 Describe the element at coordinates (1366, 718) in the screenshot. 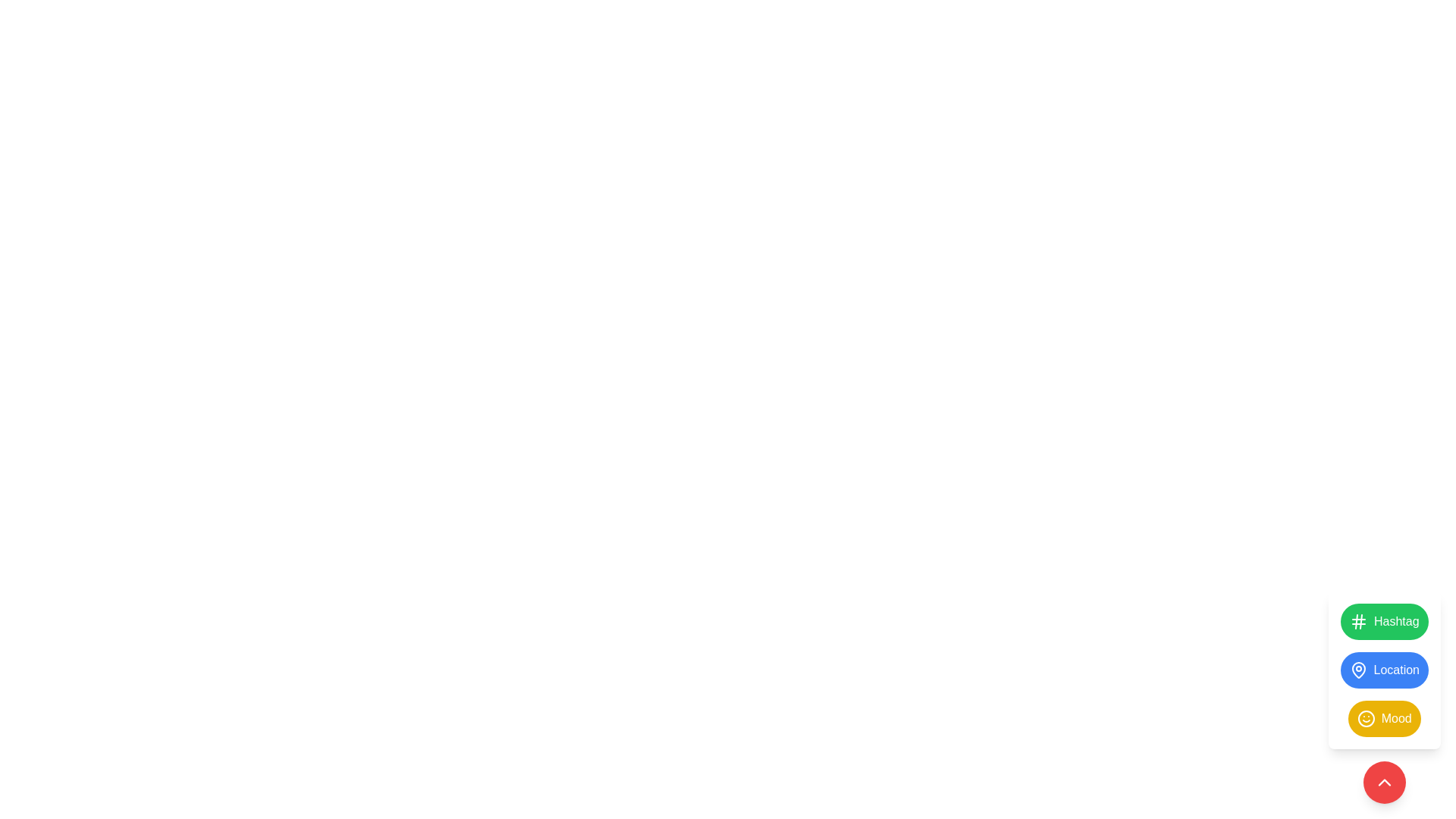

I see `the design of the mood icon located to the left of the 'Mood' button, which is the third button in a vertical stack` at that location.